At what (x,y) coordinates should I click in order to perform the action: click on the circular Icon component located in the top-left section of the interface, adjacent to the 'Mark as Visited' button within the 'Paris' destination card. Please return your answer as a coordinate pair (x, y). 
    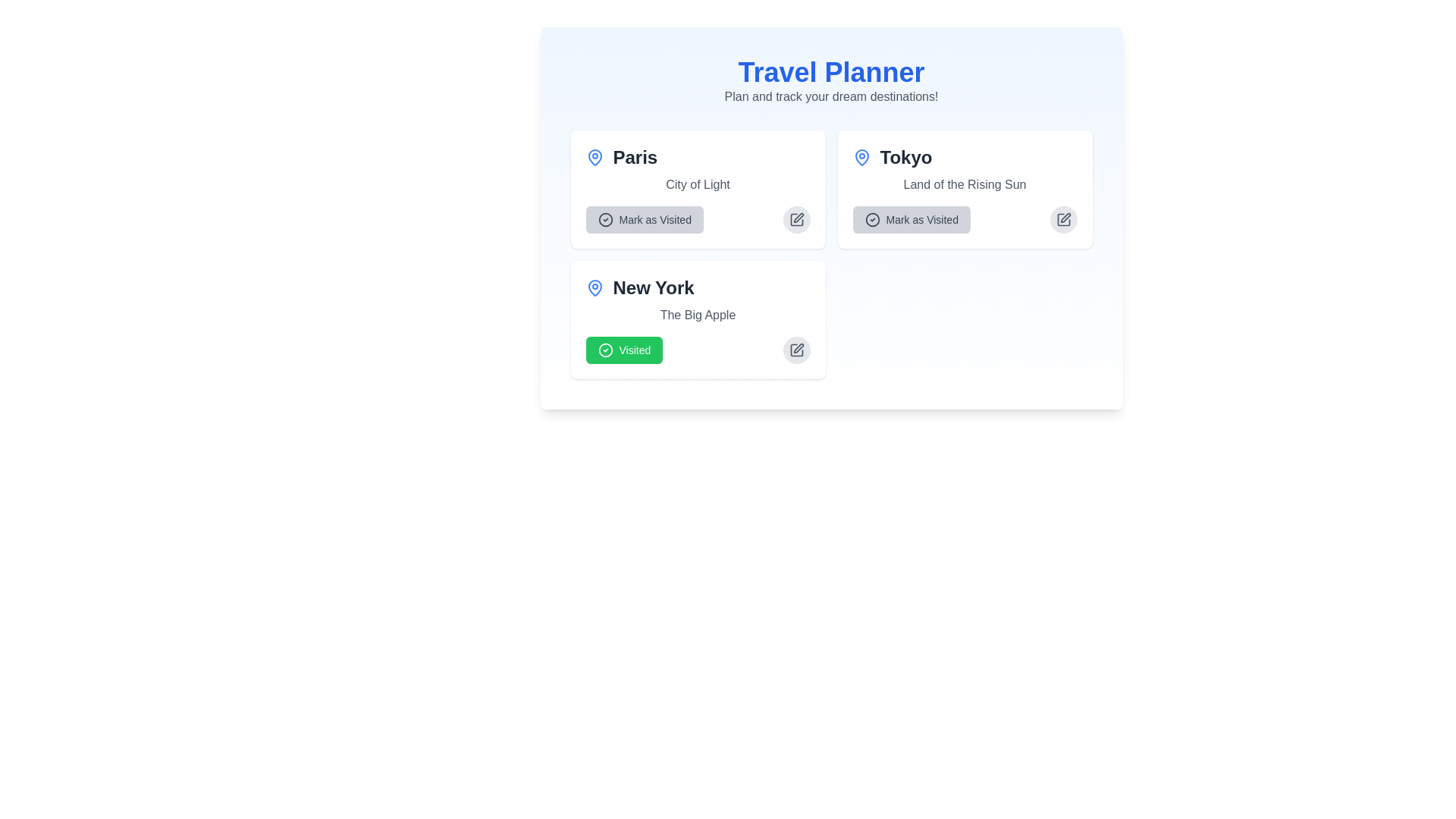
    Looking at the image, I should click on (604, 219).